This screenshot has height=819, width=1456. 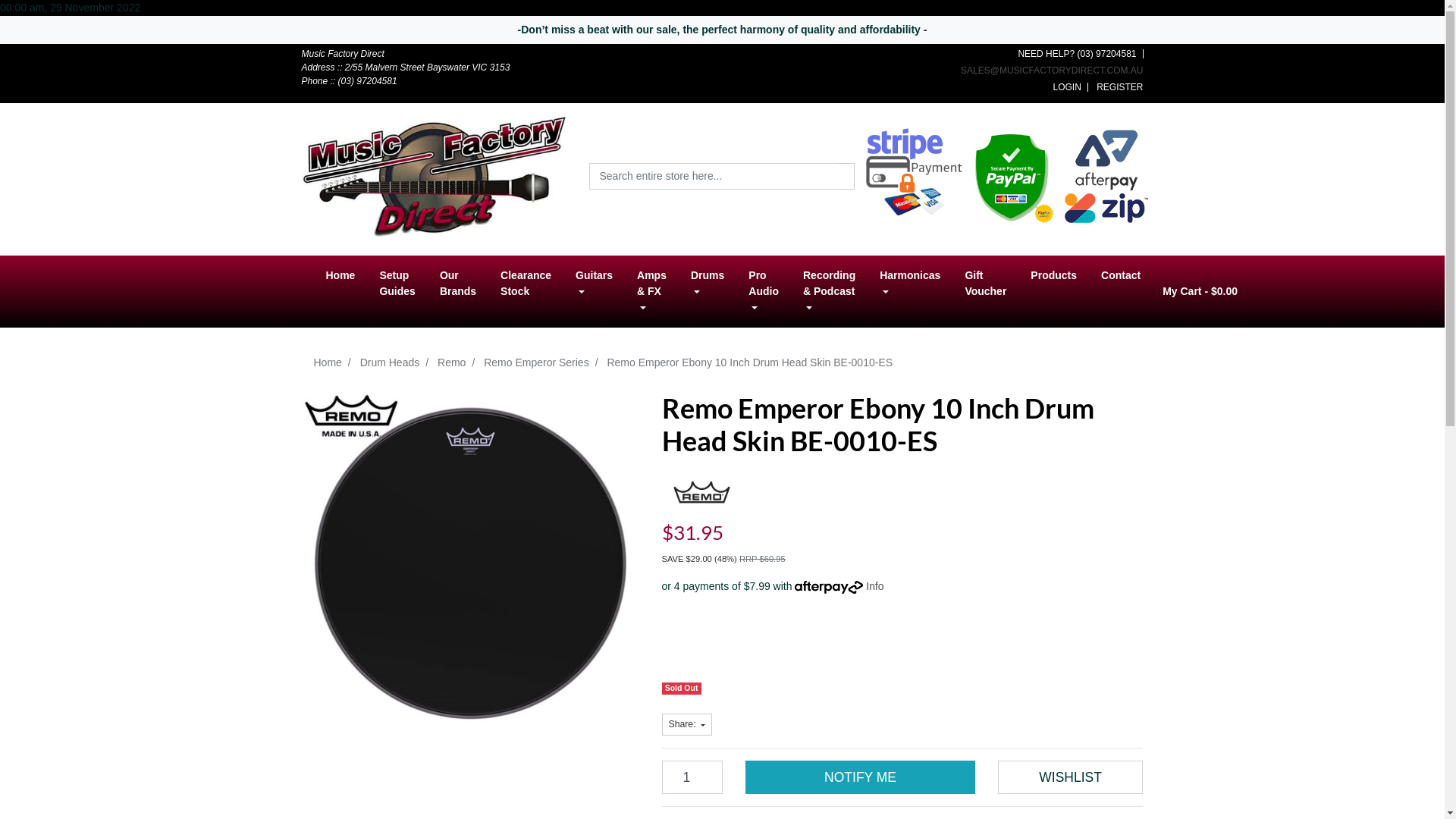 I want to click on 'Product main image', so click(x=469, y=560).